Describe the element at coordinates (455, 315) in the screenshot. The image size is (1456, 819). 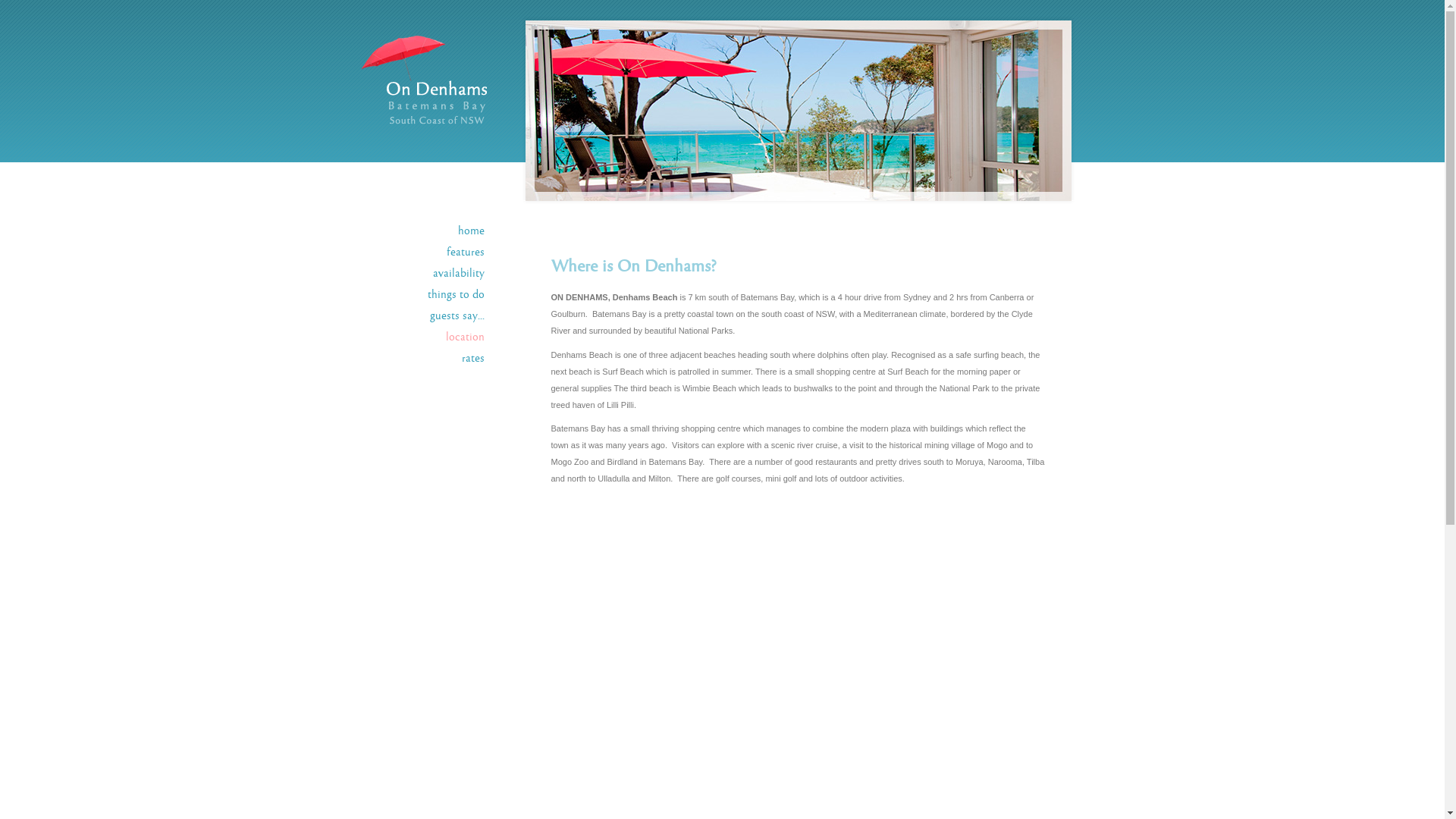
I see `'guests say...'` at that location.